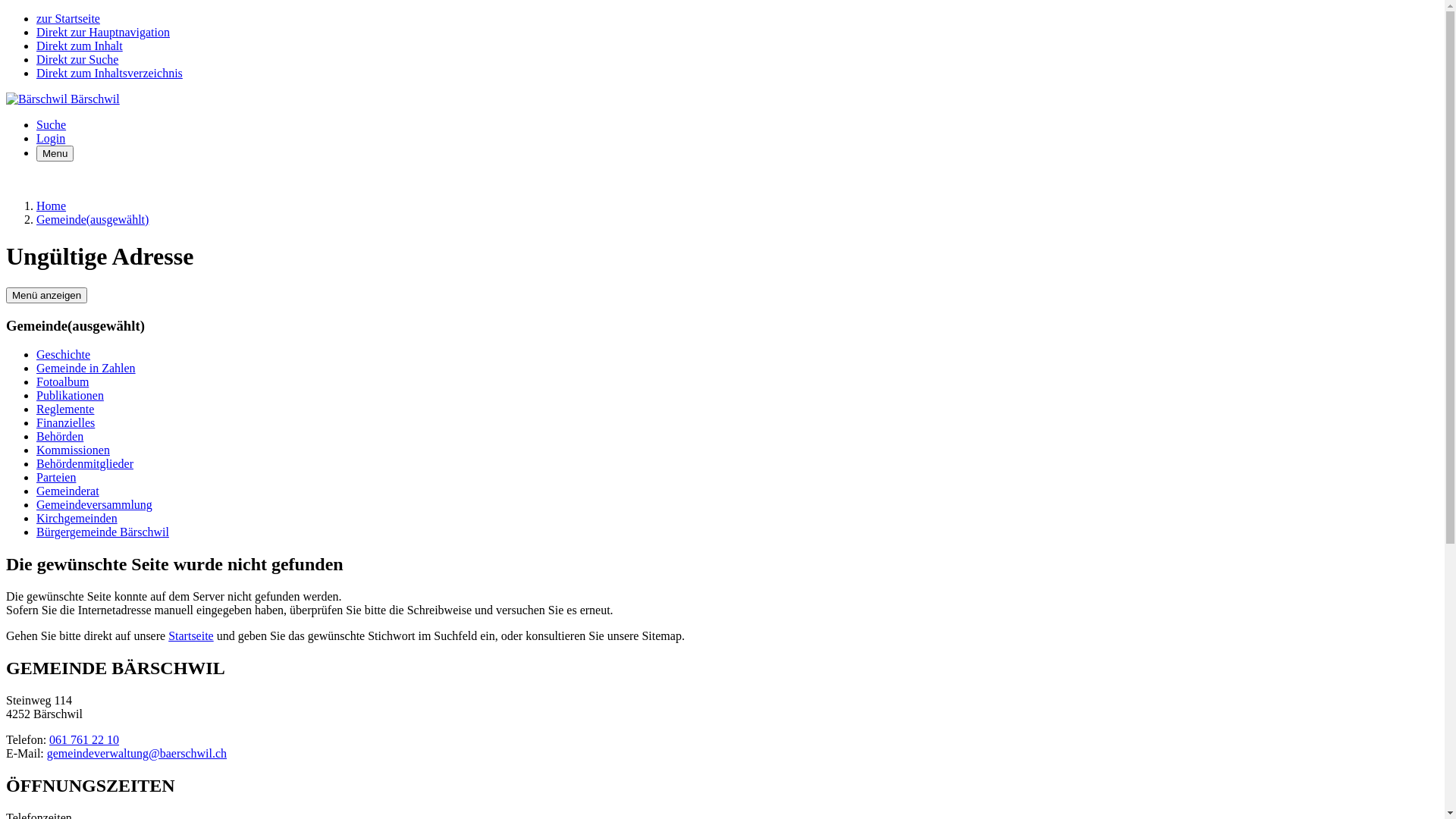 Image resolution: width=1456 pixels, height=819 pixels. What do you see at coordinates (102, 32) in the screenshot?
I see `'Direkt zur Hauptnavigation'` at bounding box center [102, 32].